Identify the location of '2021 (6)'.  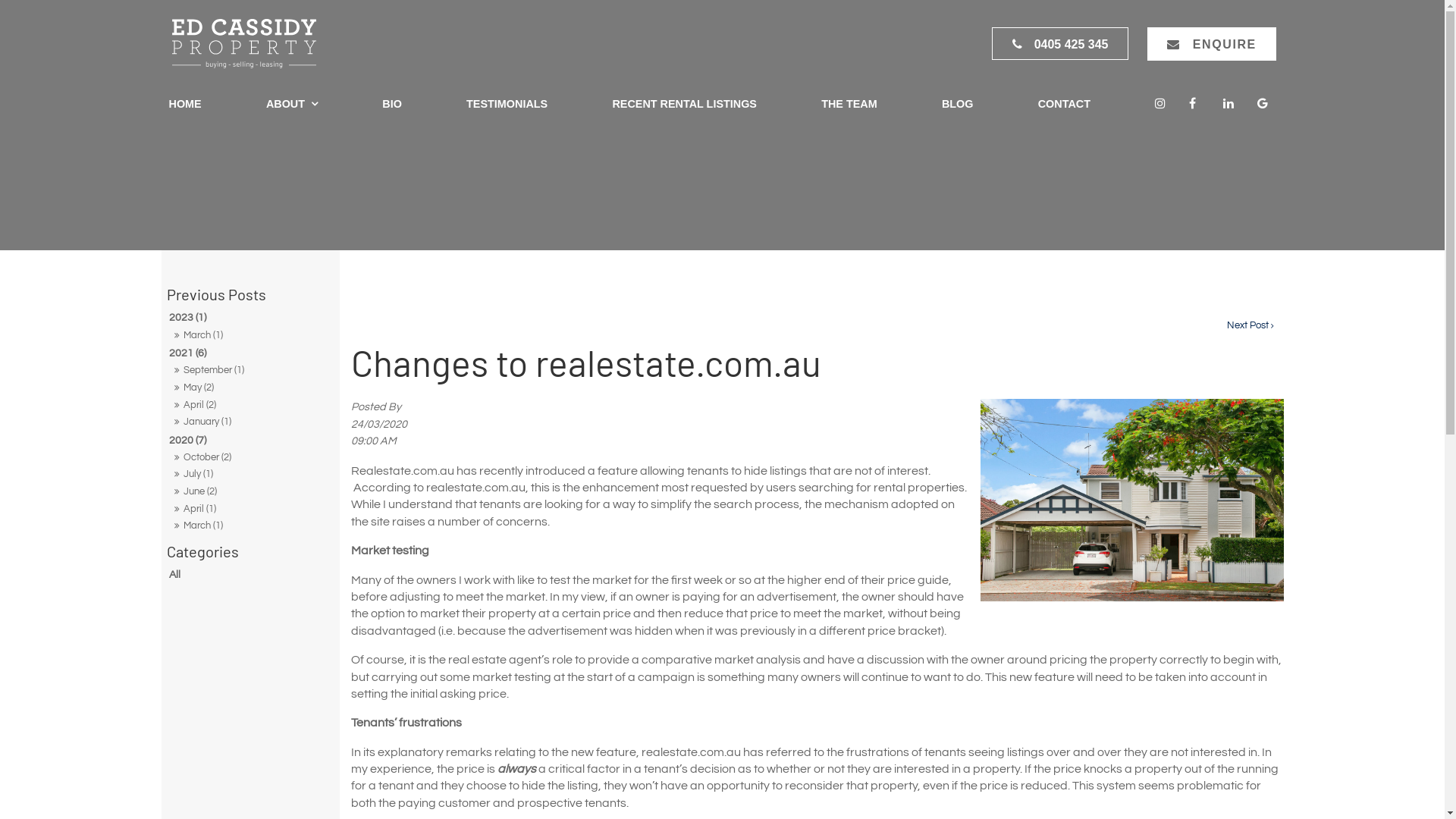
(250, 353).